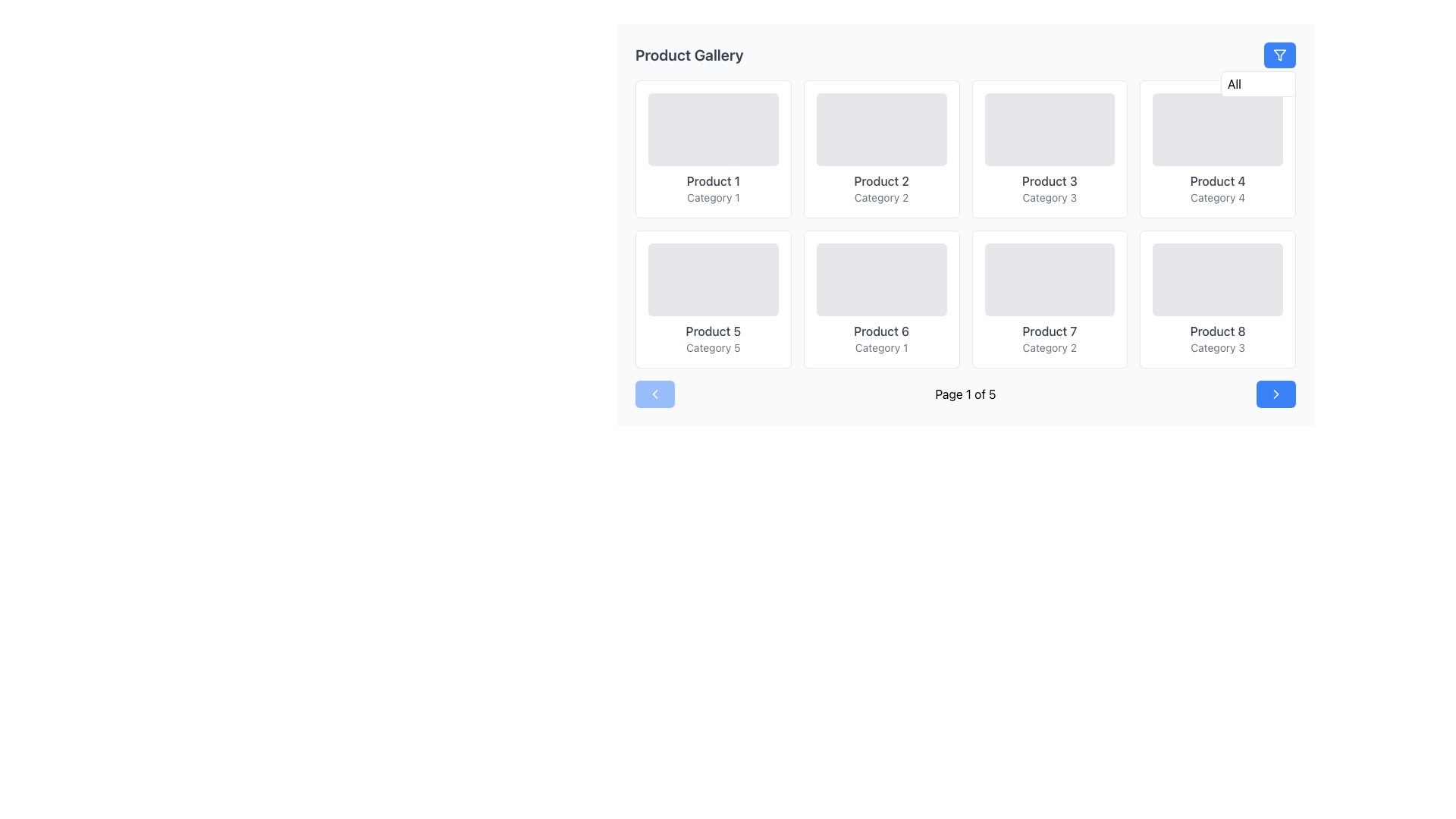  What do you see at coordinates (881, 197) in the screenshot?
I see `the static text label indicating the category of 'Product 2' located below the 'Product 2' text in the second cell of the grid layout within the 'Product Gallery' section` at bounding box center [881, 197].